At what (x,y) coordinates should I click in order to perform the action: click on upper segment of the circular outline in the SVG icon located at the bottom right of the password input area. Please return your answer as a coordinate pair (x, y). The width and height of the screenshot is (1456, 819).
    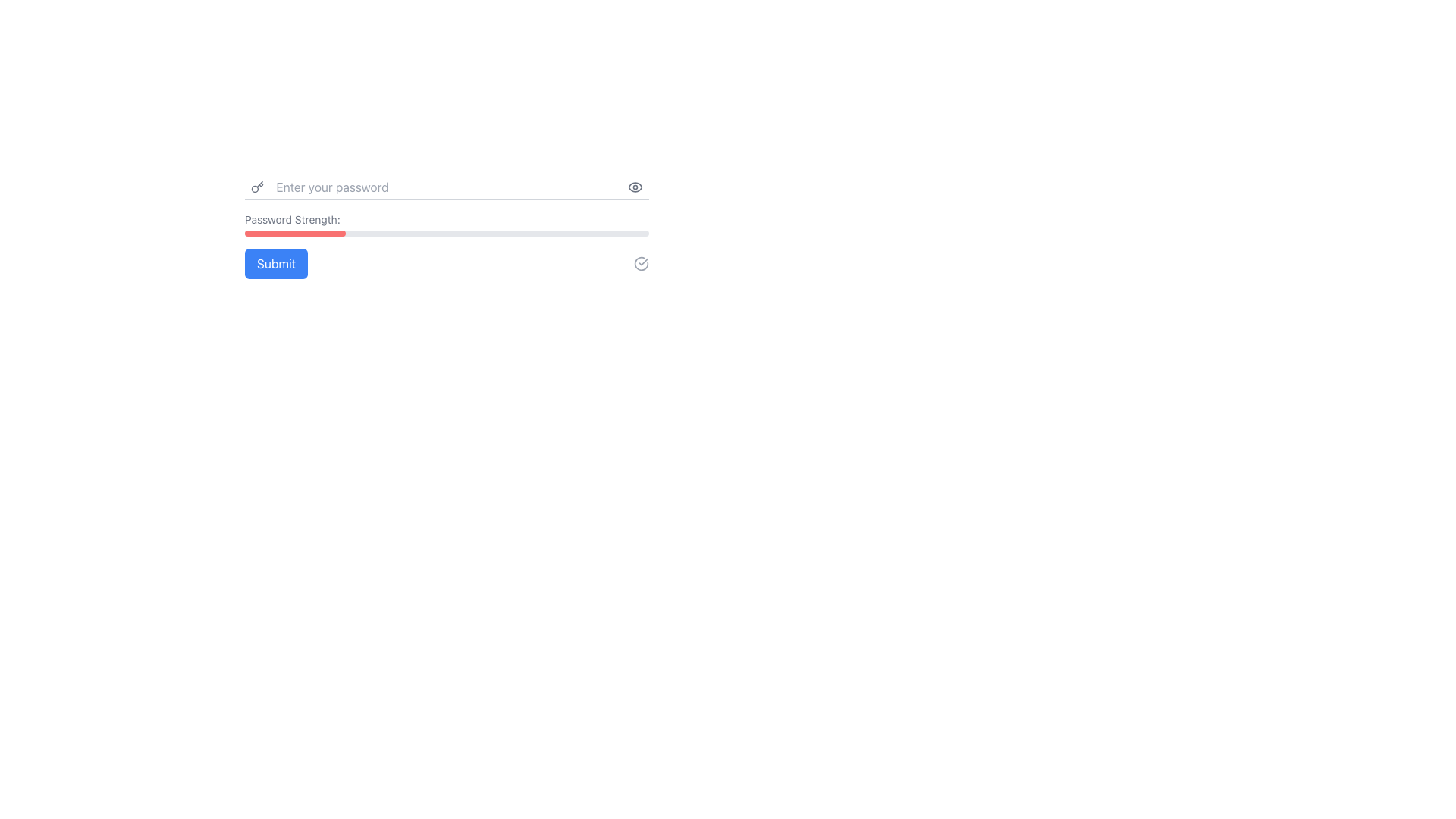
    Looking at the image, I should click on (641, 262).